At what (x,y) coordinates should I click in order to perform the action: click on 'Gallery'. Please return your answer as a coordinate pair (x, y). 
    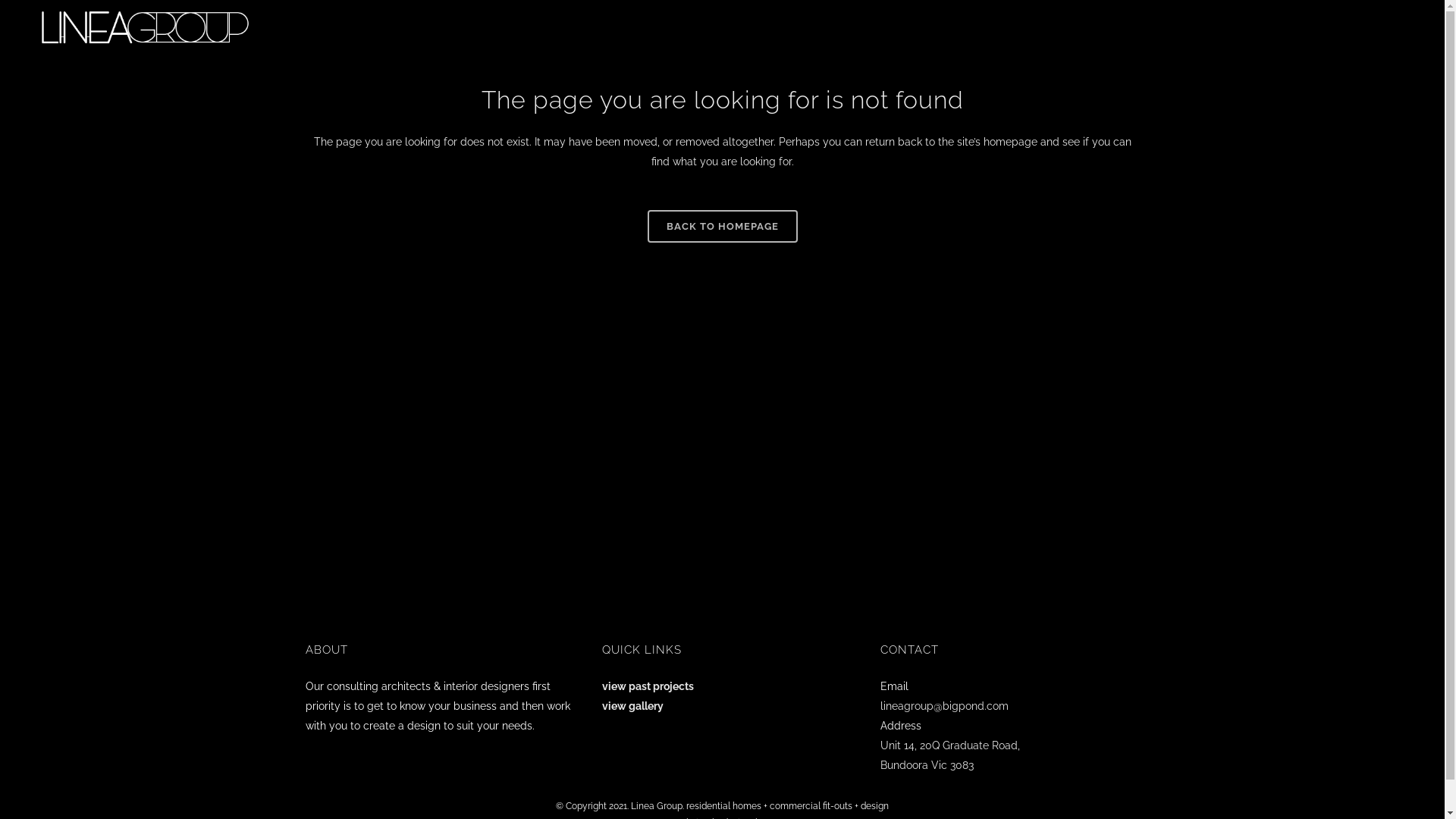
    Looking at the image, I should click on (1278, 26).